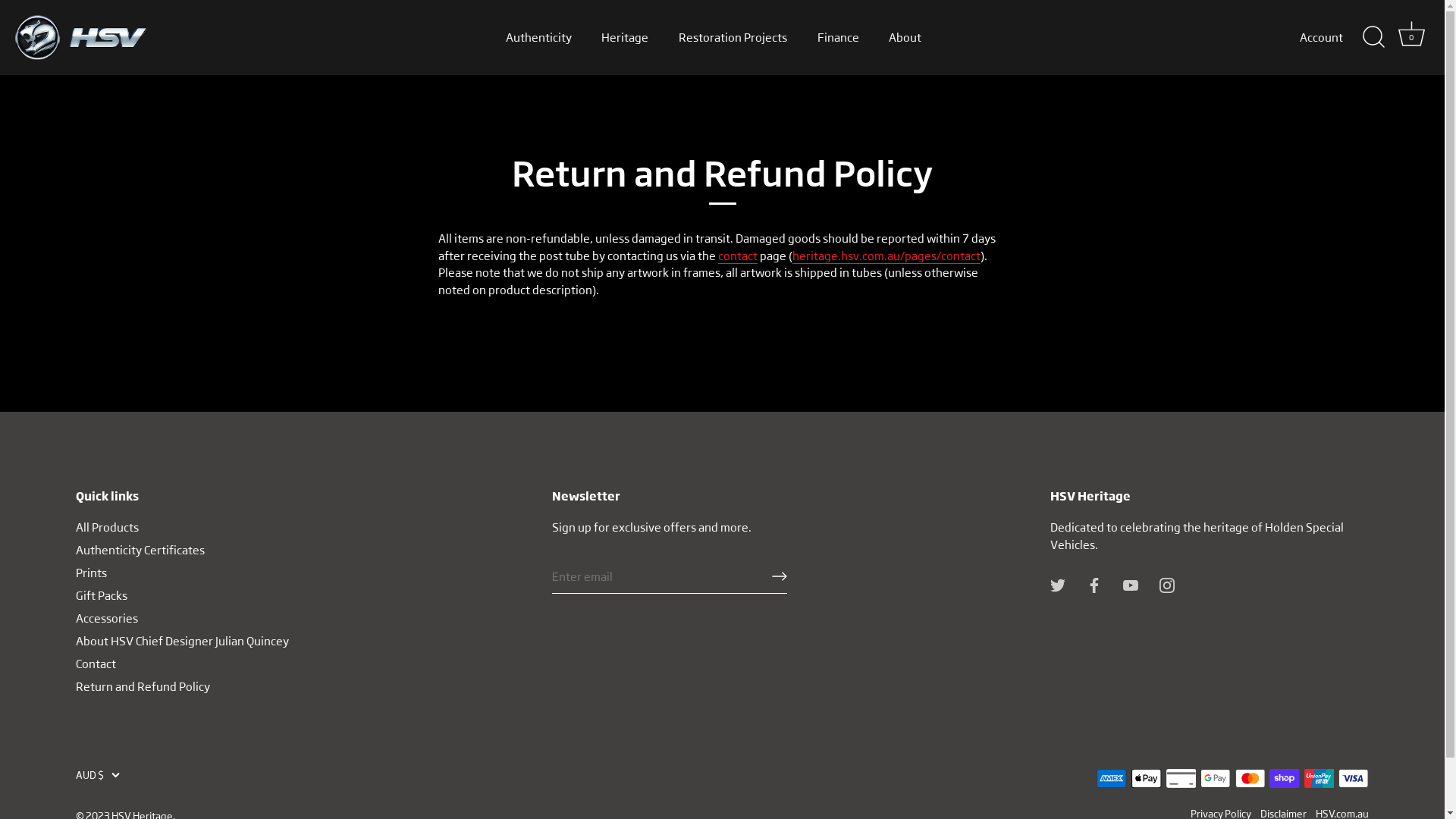 The height and width of the screenshot is (819, 1456). Describe the element at coordinates (90, 572) in the screenshot. I see `'Prints'` at that location.